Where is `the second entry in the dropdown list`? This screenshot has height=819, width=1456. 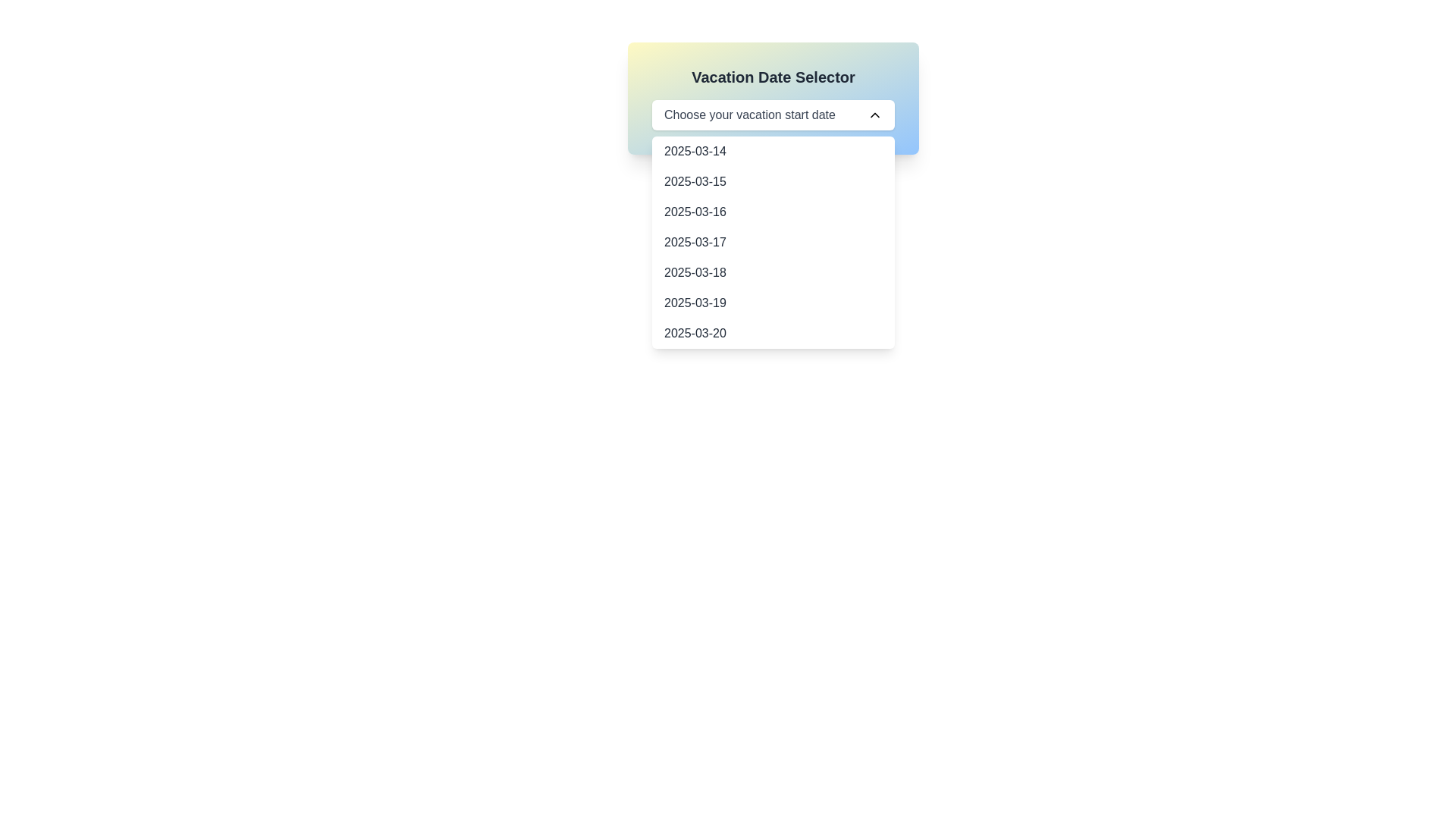
the second entry in the dropdown list is located at coordinates (694, 180).